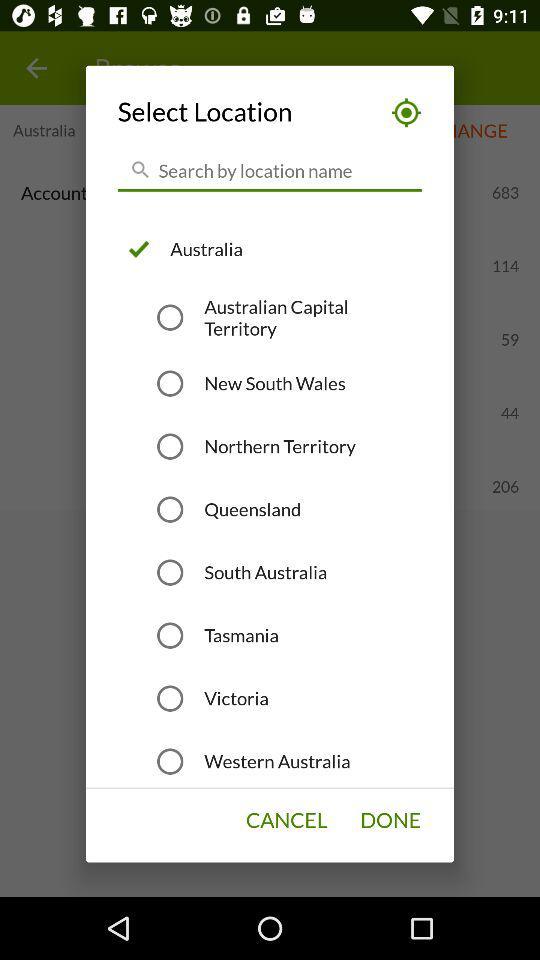  I want to click on the tasmania icon, so click(241, 634).